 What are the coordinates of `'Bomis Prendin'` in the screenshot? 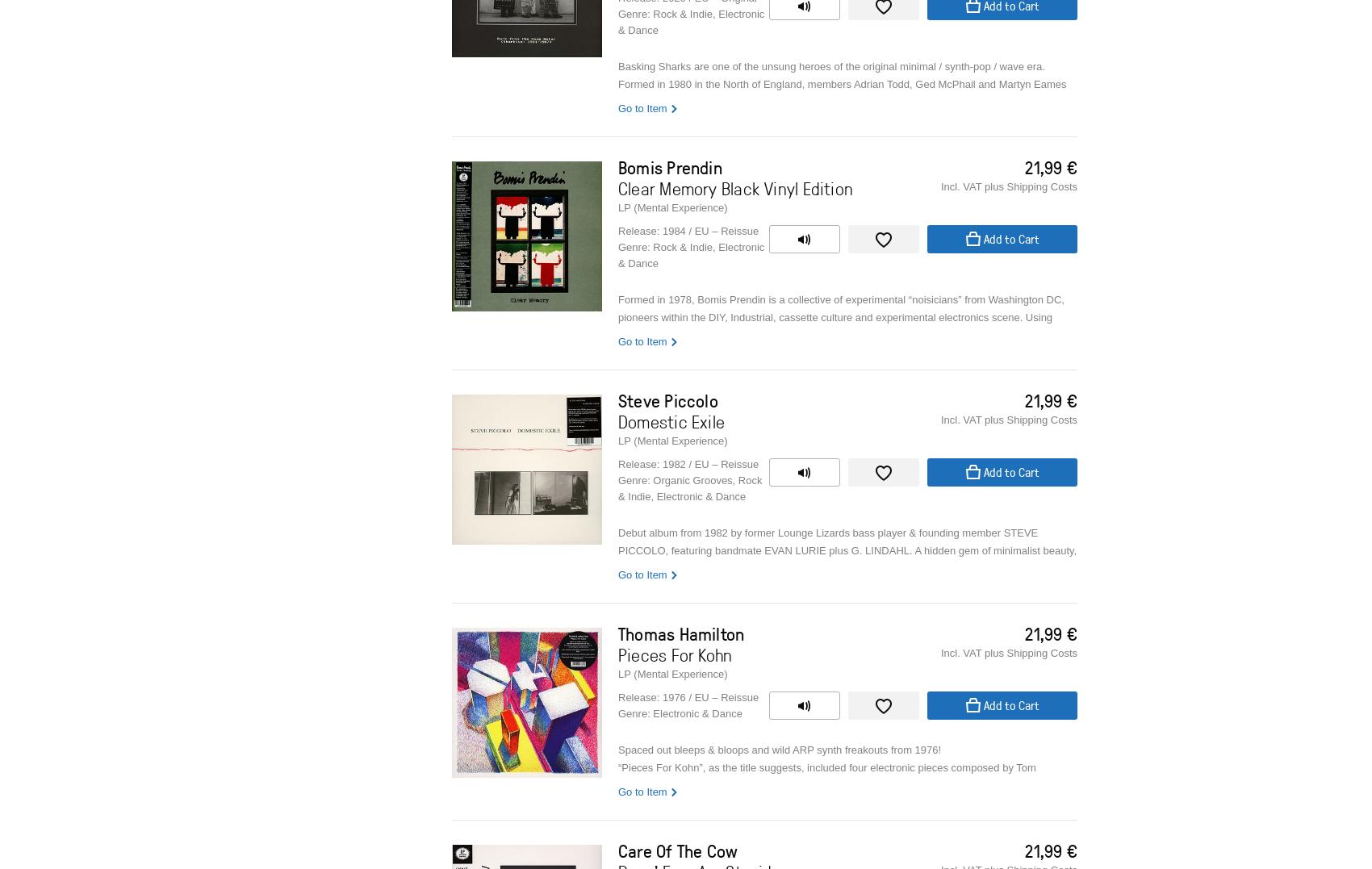 It's located at (668, 166).